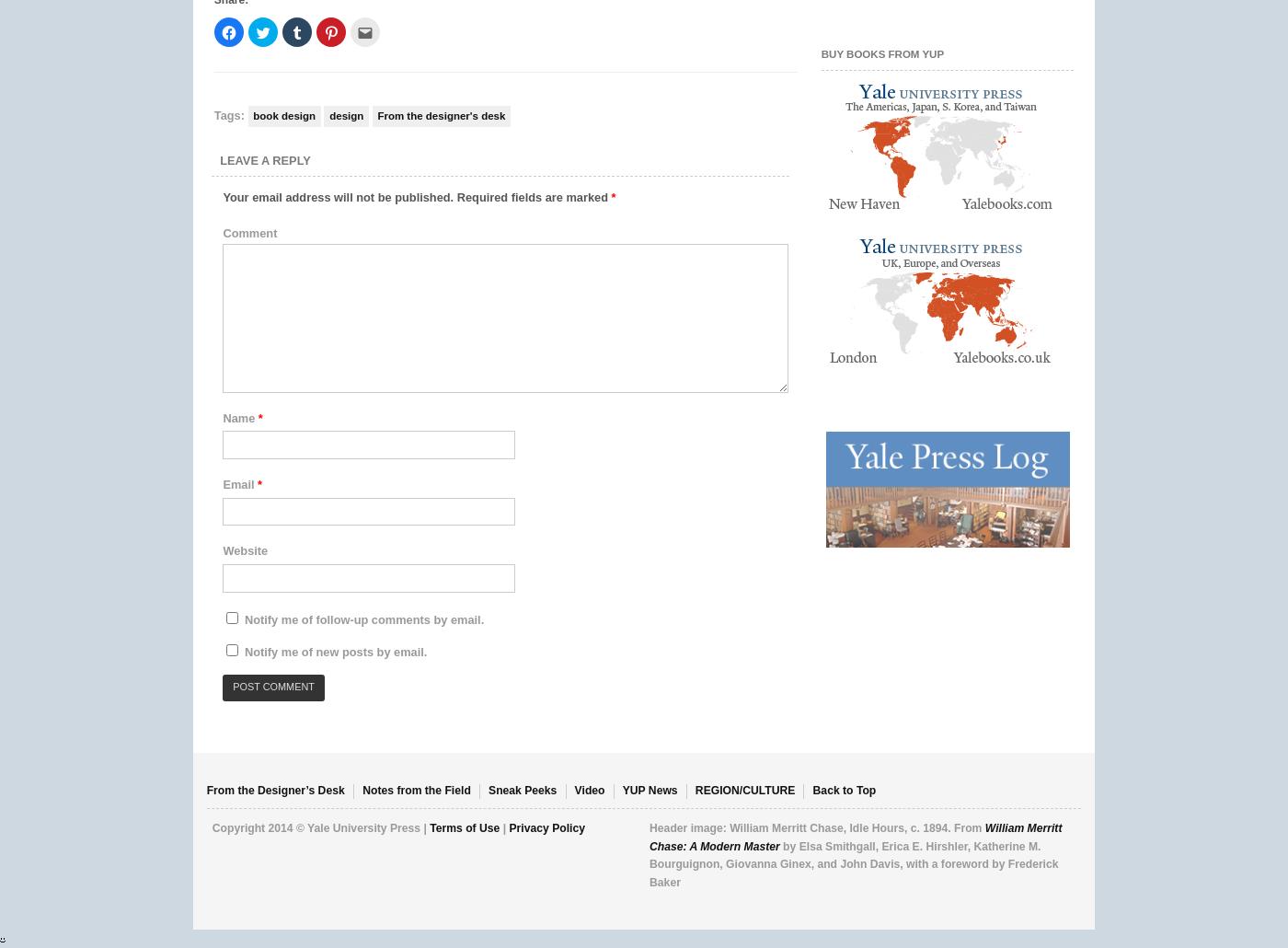 This screenshot has height=948, width=1288. What do you see at coordinates (223, 484) in the screenshot?
I see `'Email'` at bounding box center [223, 484].